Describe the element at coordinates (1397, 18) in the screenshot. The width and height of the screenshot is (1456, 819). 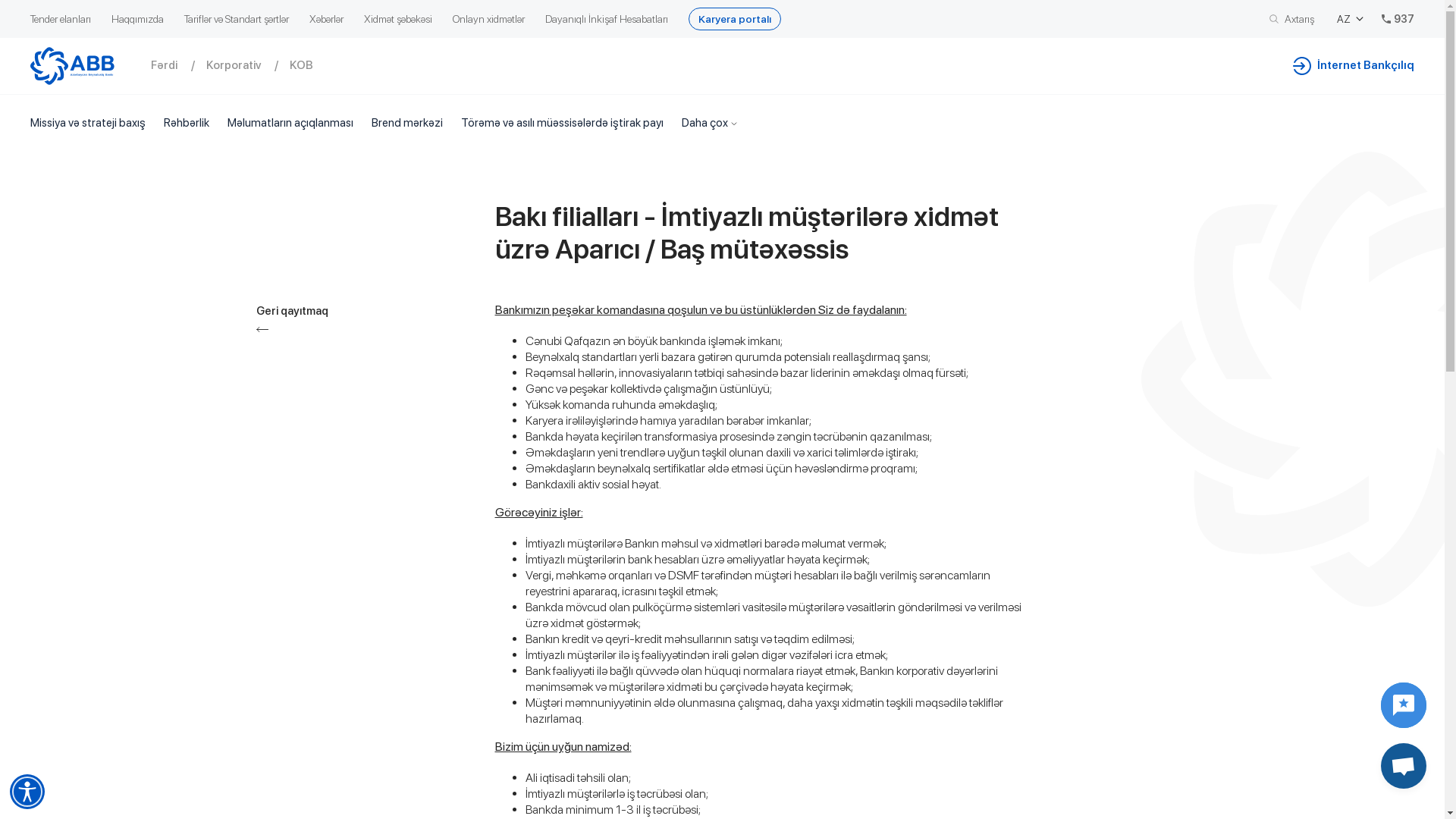
I see `'937'` at that location.